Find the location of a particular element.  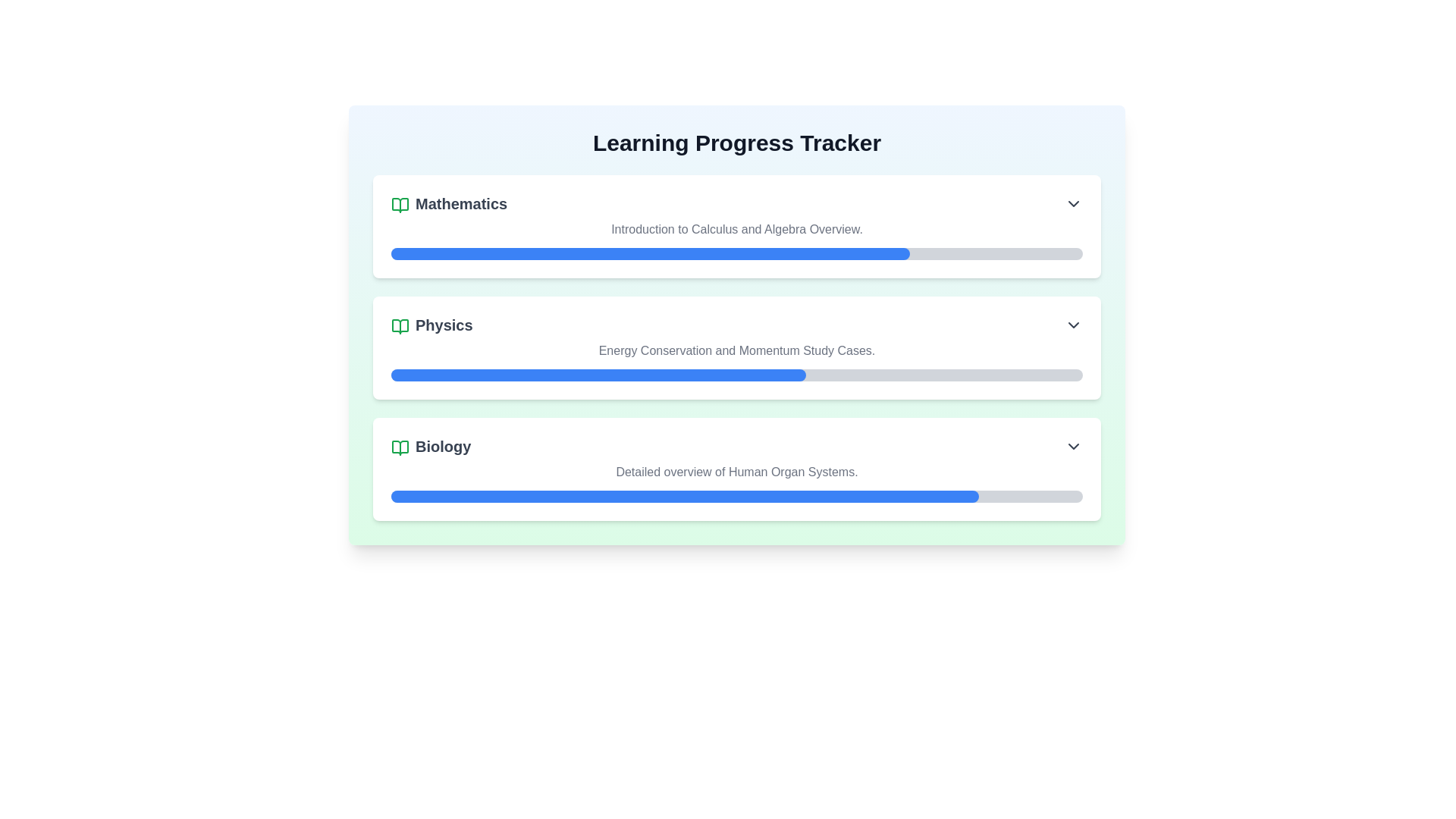

the progress bar for the 'Introduction to Calculus and Algebra Overview' course located in the Mathematics section of the Learning Progress Tracker interface is located at coordinates (736, 239).